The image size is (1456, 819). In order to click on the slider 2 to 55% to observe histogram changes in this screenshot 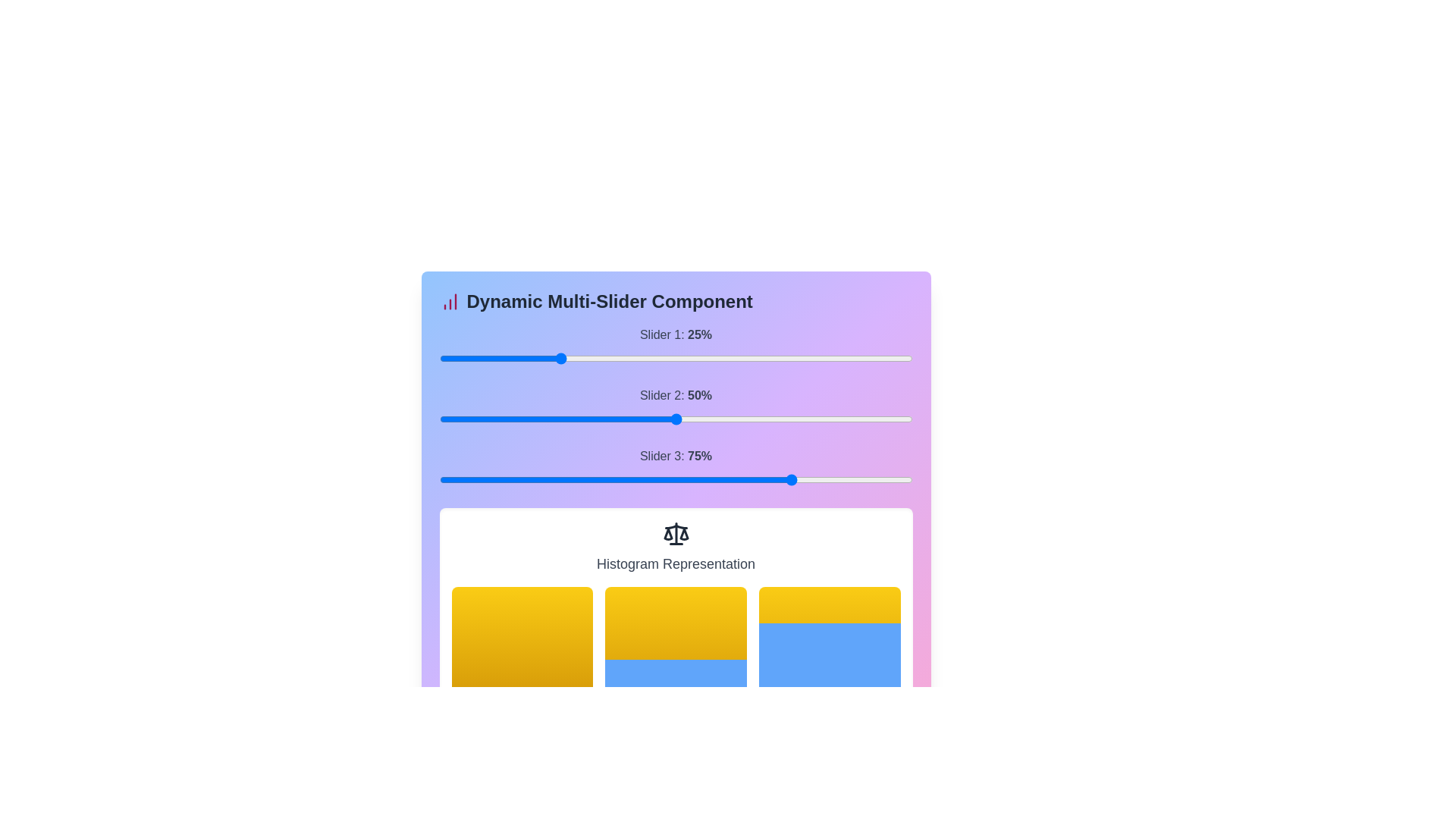, I will do `click(805, 419)`.